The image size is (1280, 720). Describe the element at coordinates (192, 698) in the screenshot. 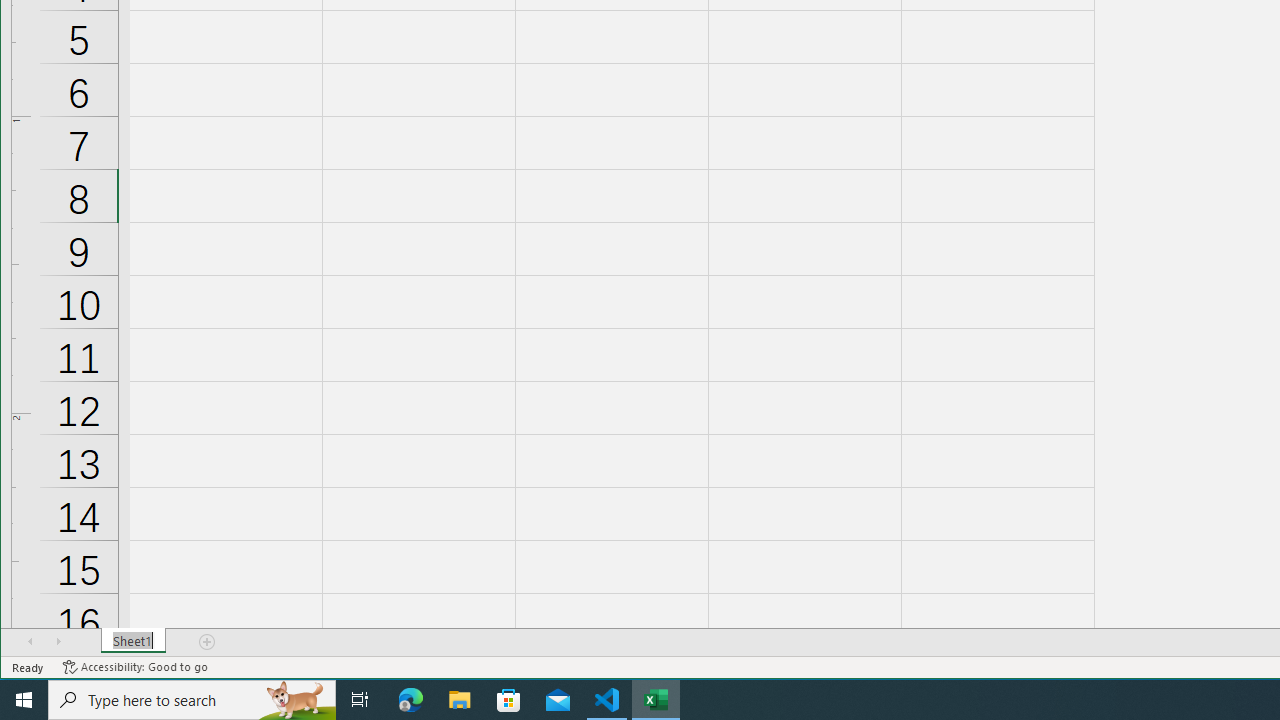

I see `'Type here to search'` at that location.